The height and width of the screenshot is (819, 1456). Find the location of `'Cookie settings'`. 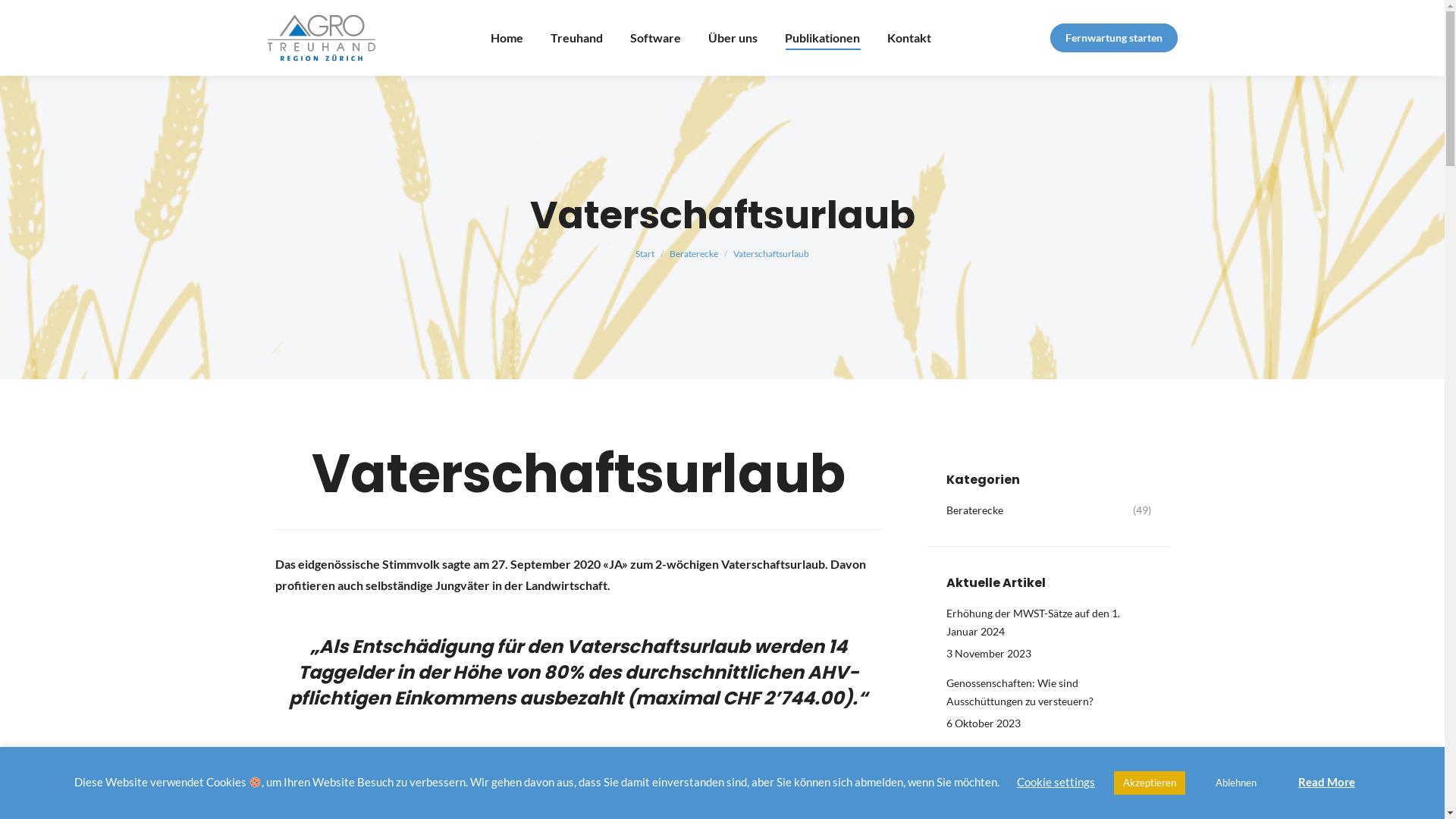

'Cookie settings' is located at coordinates (1055, 781).